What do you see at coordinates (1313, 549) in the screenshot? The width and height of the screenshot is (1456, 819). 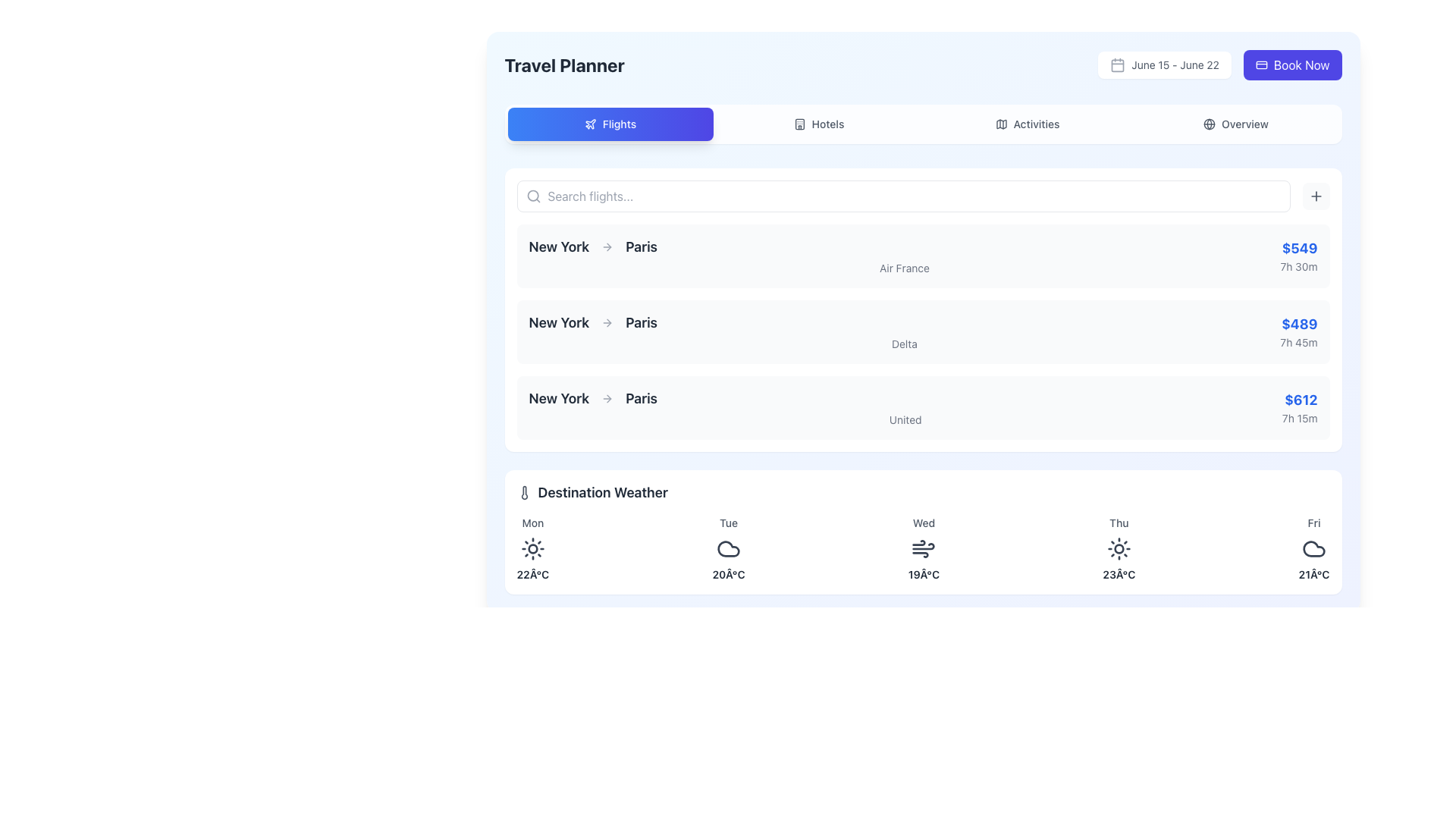 I see `the weather display for Friday, which includes the day abbreviation 'Fri', a cloud icon, and a temperature reading of '21°C'` at bounding box center [1313, 549].